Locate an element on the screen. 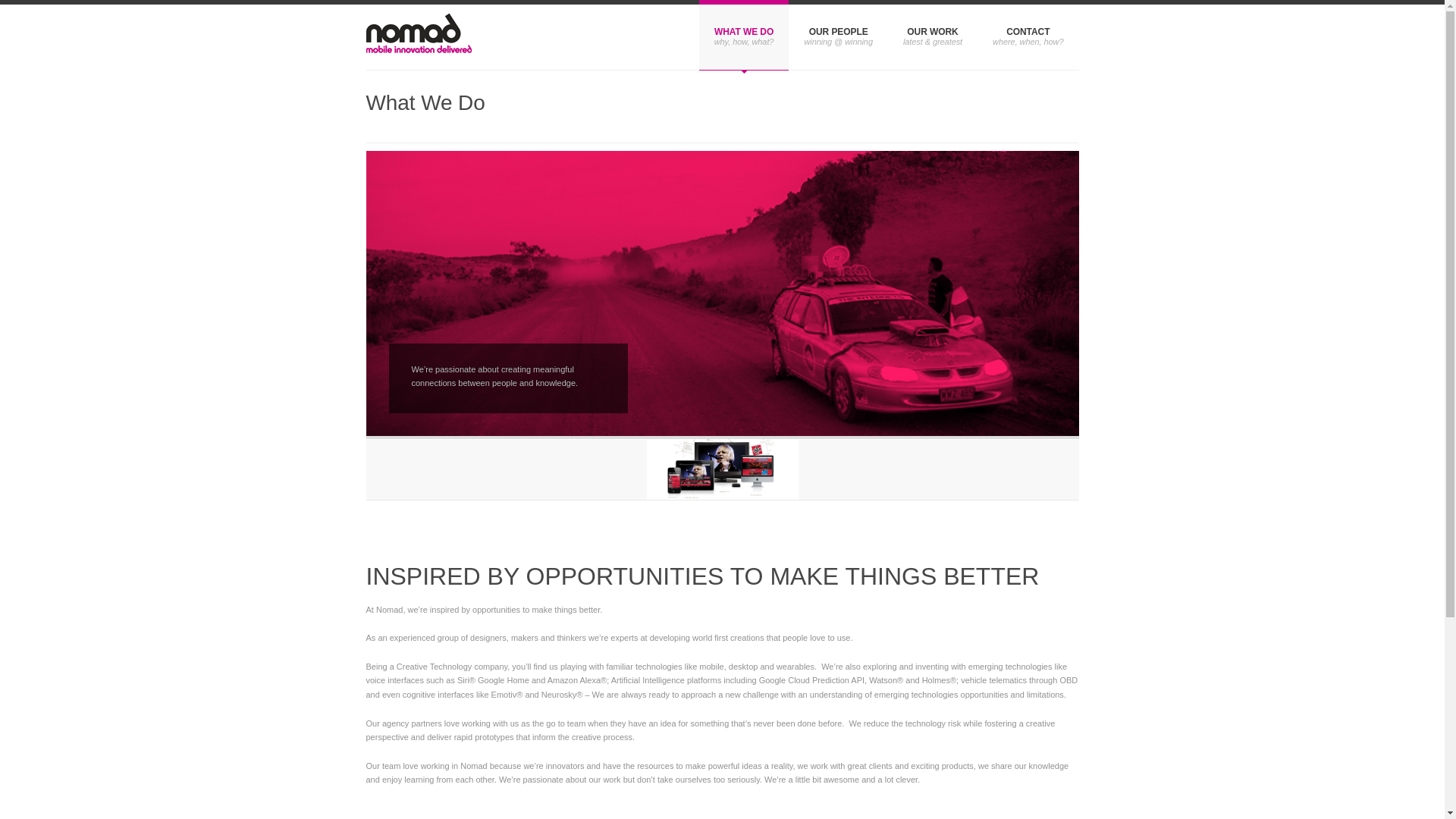 The width and height of the screenshot is (1456, 819). 'WHAT WE DO' is located at coordinates (744, 34).